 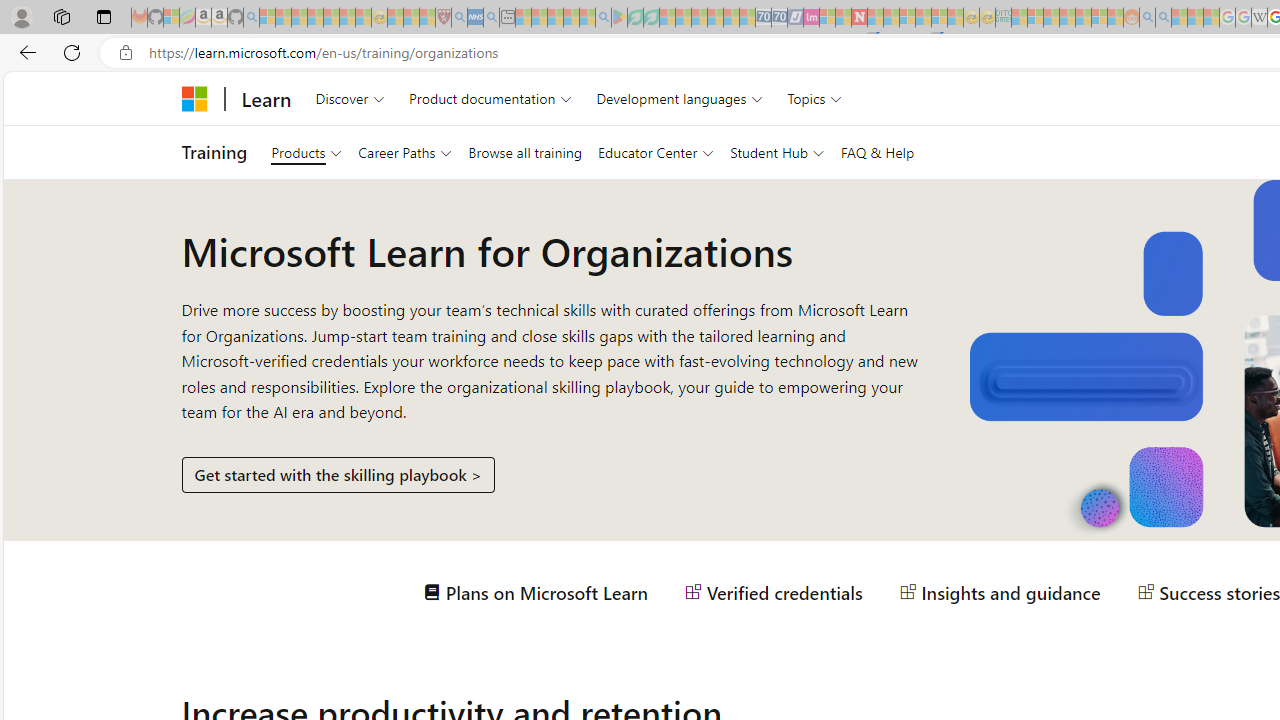 What do you see at coordinates (570, 17) in the screenshot?
I see `'Pets - MSN - Sleeping'` at bounding box center [570, 17].